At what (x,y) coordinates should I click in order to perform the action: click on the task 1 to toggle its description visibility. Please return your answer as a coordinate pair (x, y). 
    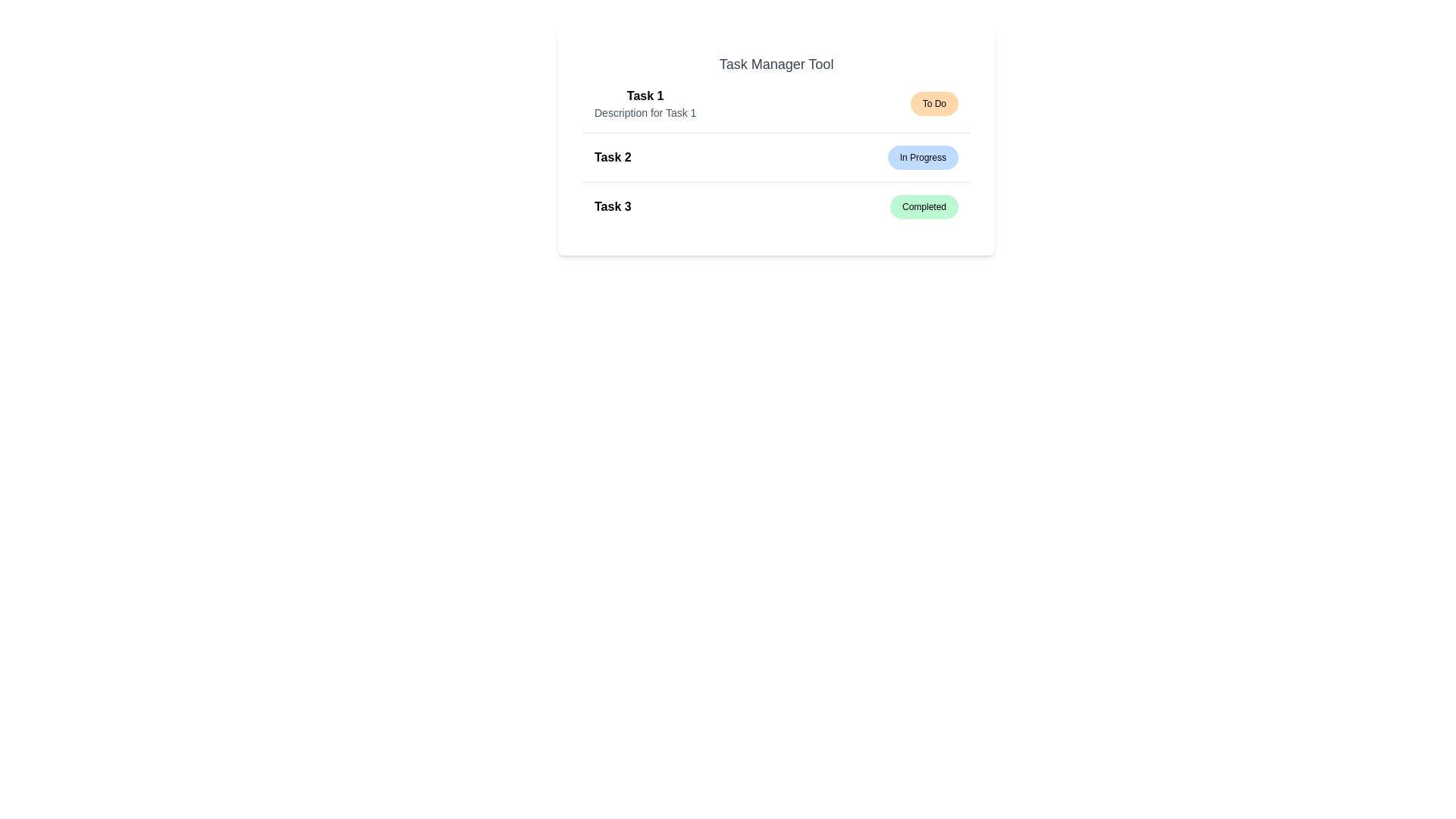
    Looking at the image, I should click on (776, 103).